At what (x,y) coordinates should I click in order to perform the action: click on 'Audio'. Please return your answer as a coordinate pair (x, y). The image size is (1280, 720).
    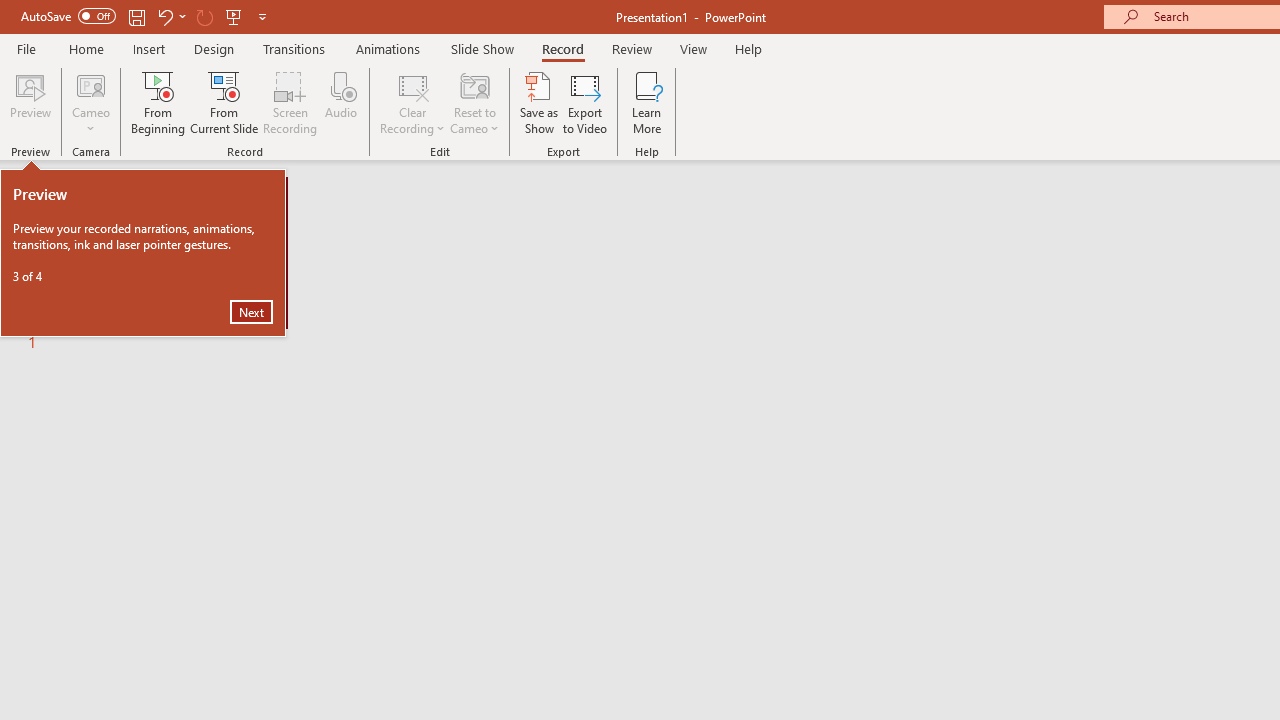
    Looking at the image, I should click on (341, 103).